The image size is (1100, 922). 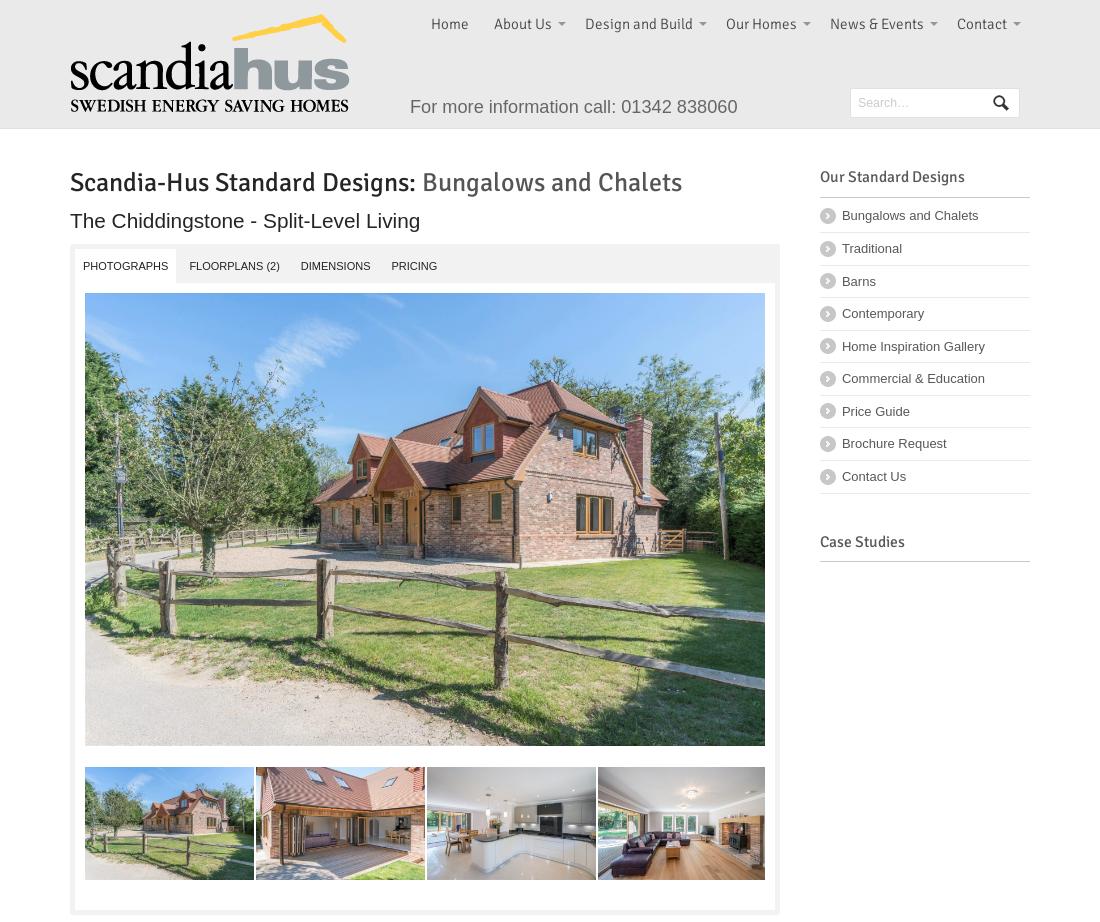 What do you see at coordinates (638, 23) in the screenshot?
I see `'Design and Build'` at bounding box center [638, 23].